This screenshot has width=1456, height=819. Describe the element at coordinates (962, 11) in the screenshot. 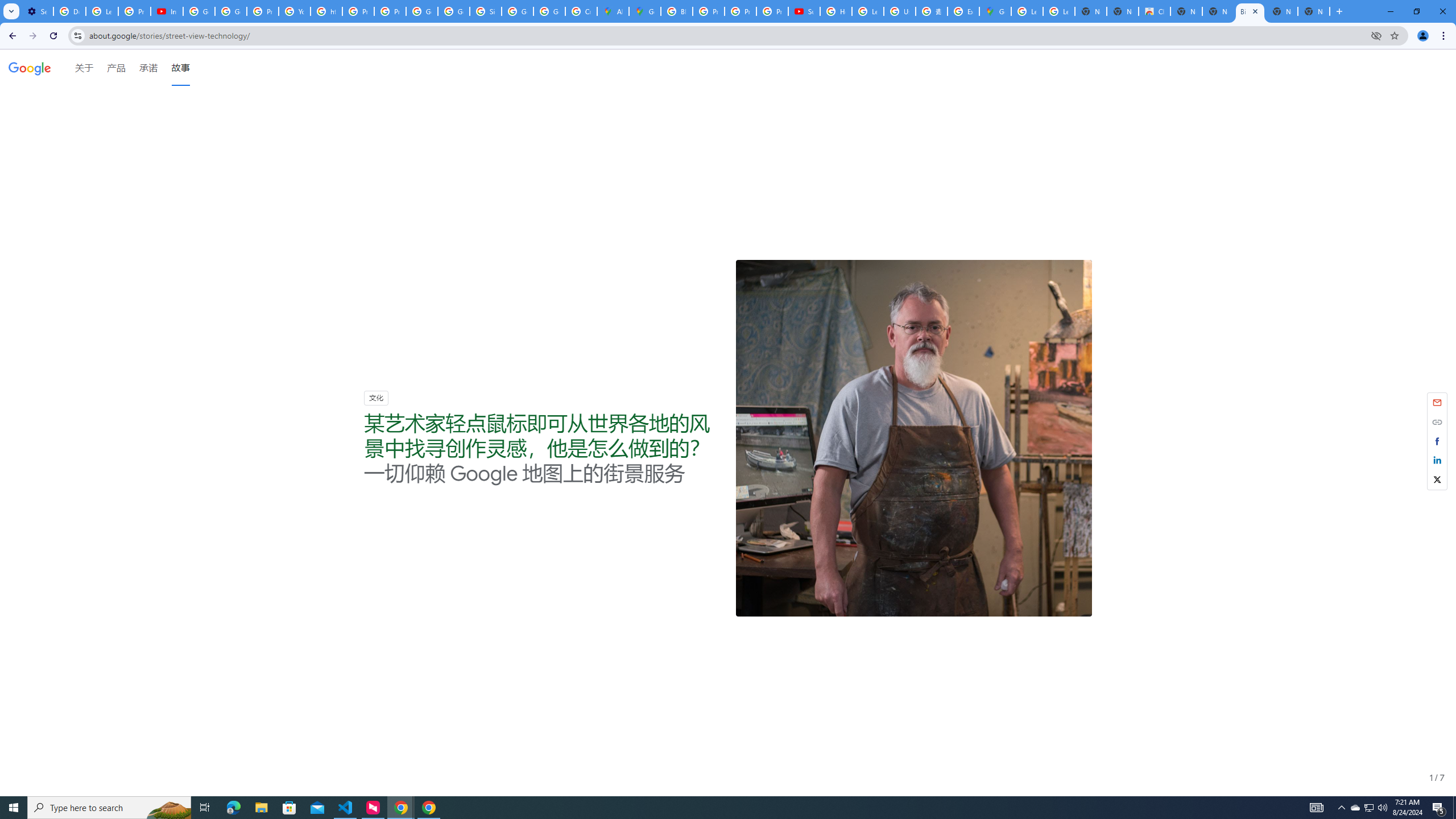

I see `'Explore new street-level details - Google Maps Help'` at that location.